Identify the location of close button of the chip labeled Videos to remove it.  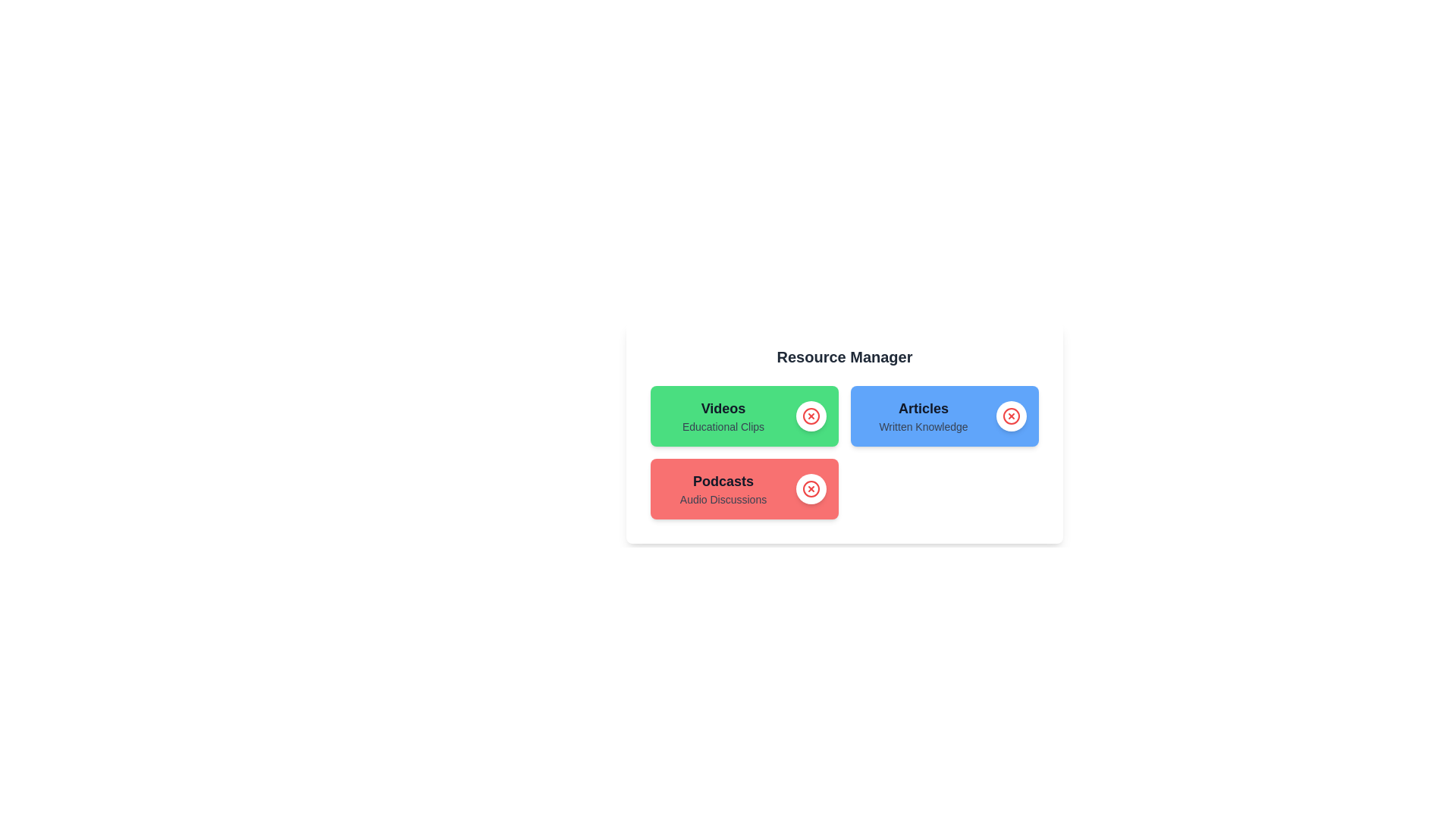
(811, 416).